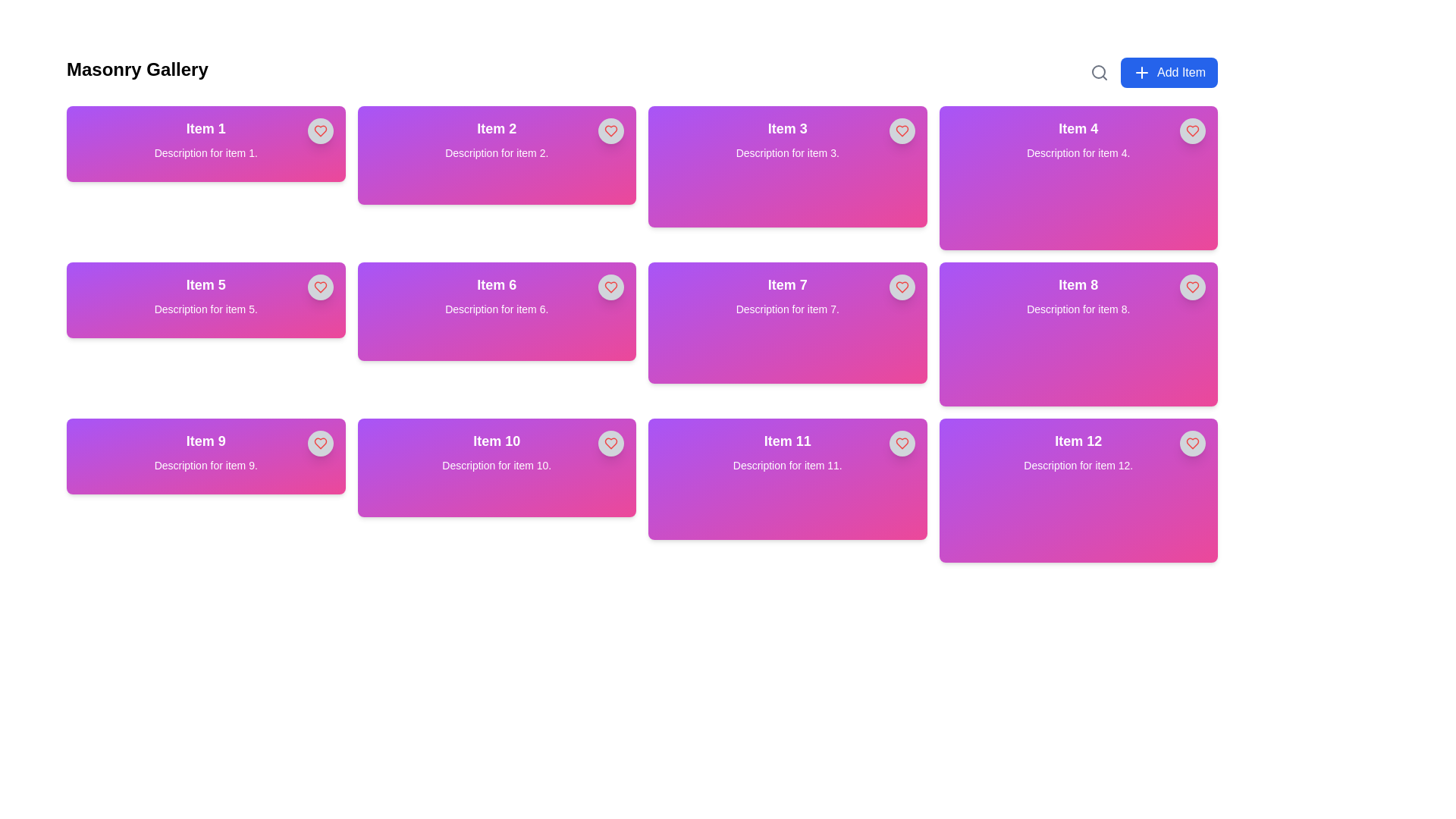  Describe the element at coordinates (1168, 73) in the screenshot. I see `the button that adds a new item to the gallery, located in the upper-right corner of the interface, next to a search icon` at that location.